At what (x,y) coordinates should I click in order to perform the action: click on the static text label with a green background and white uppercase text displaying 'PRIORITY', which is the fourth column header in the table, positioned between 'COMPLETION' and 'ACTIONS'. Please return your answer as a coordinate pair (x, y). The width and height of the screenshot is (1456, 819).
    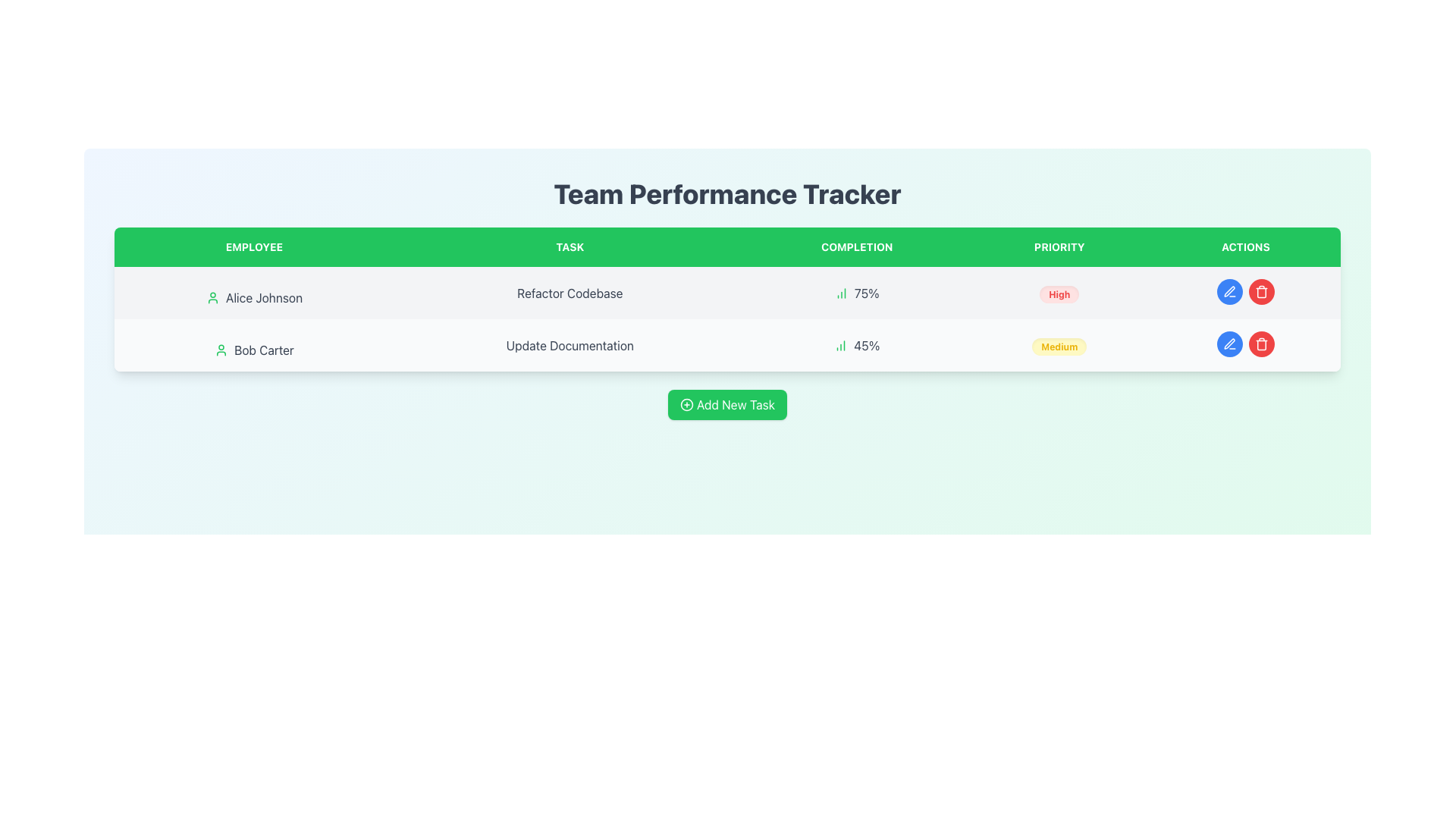
    Looking at the image, I should click on (1059, 246).